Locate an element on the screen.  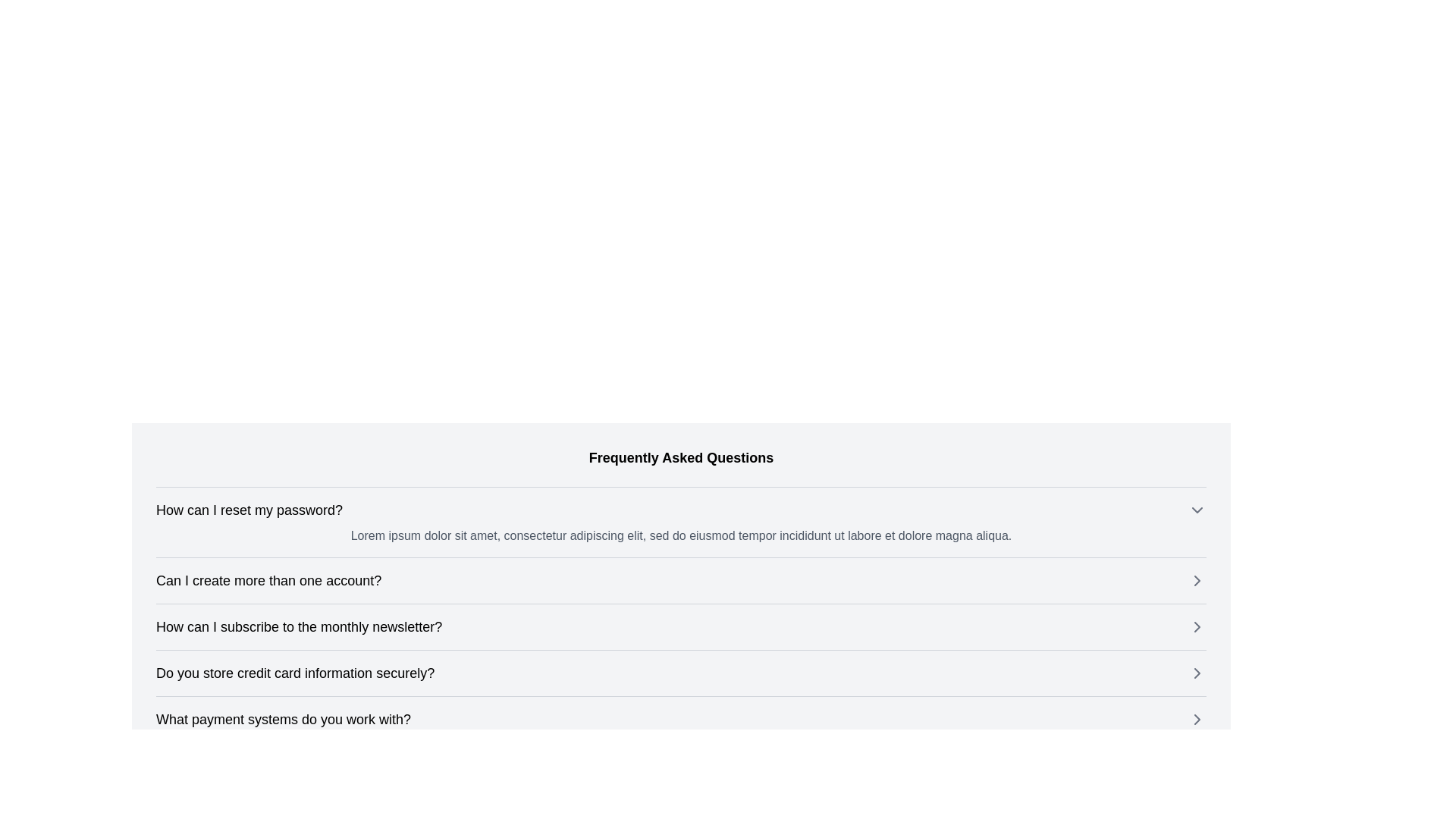
the text label presenting the frequently asked question about storing credit card information securely, located in the fourth row of the FAQ section is located at coordinates (295, 672).